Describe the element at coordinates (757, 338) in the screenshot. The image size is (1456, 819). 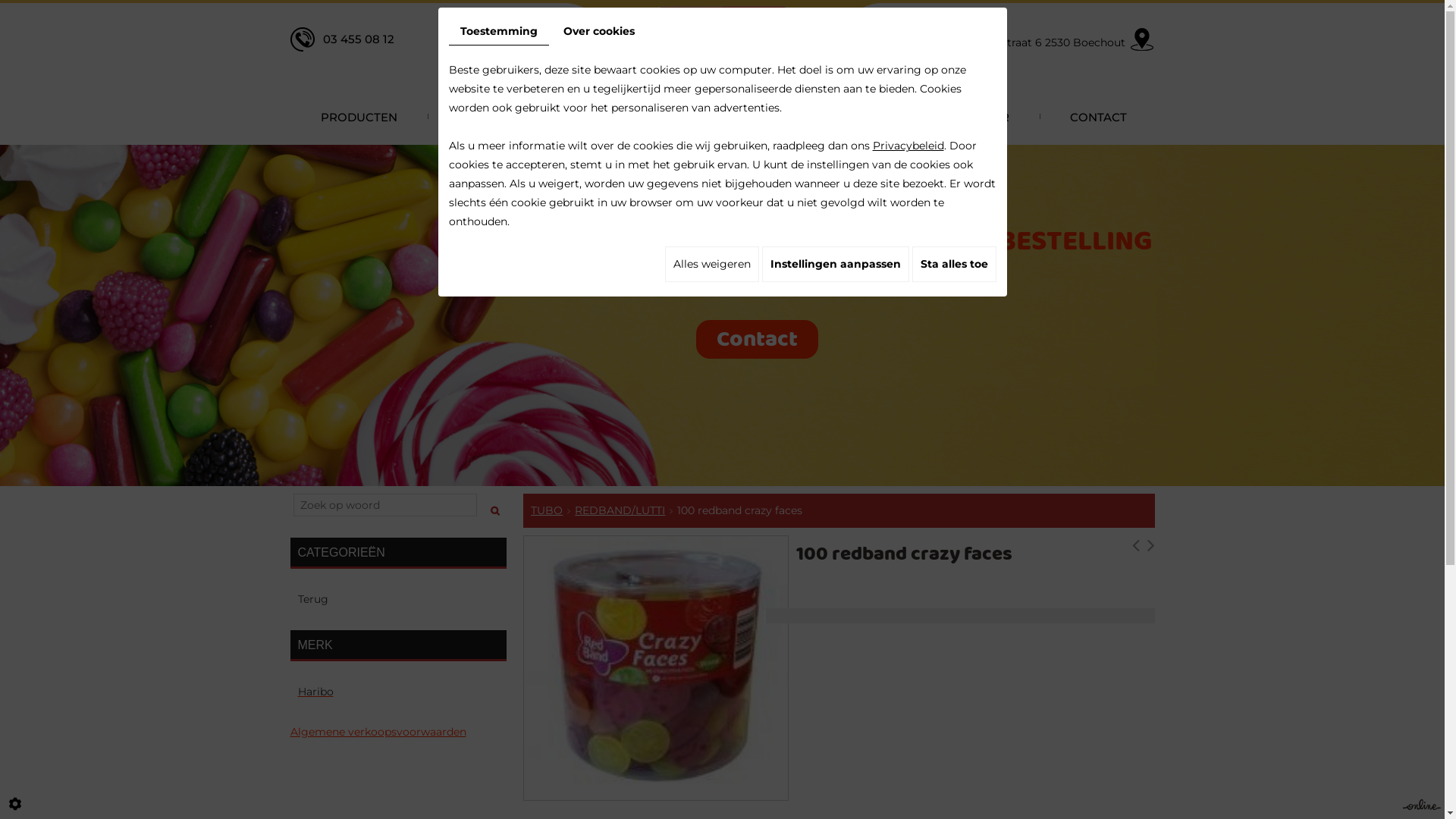
I see `'Contact'` at that location.